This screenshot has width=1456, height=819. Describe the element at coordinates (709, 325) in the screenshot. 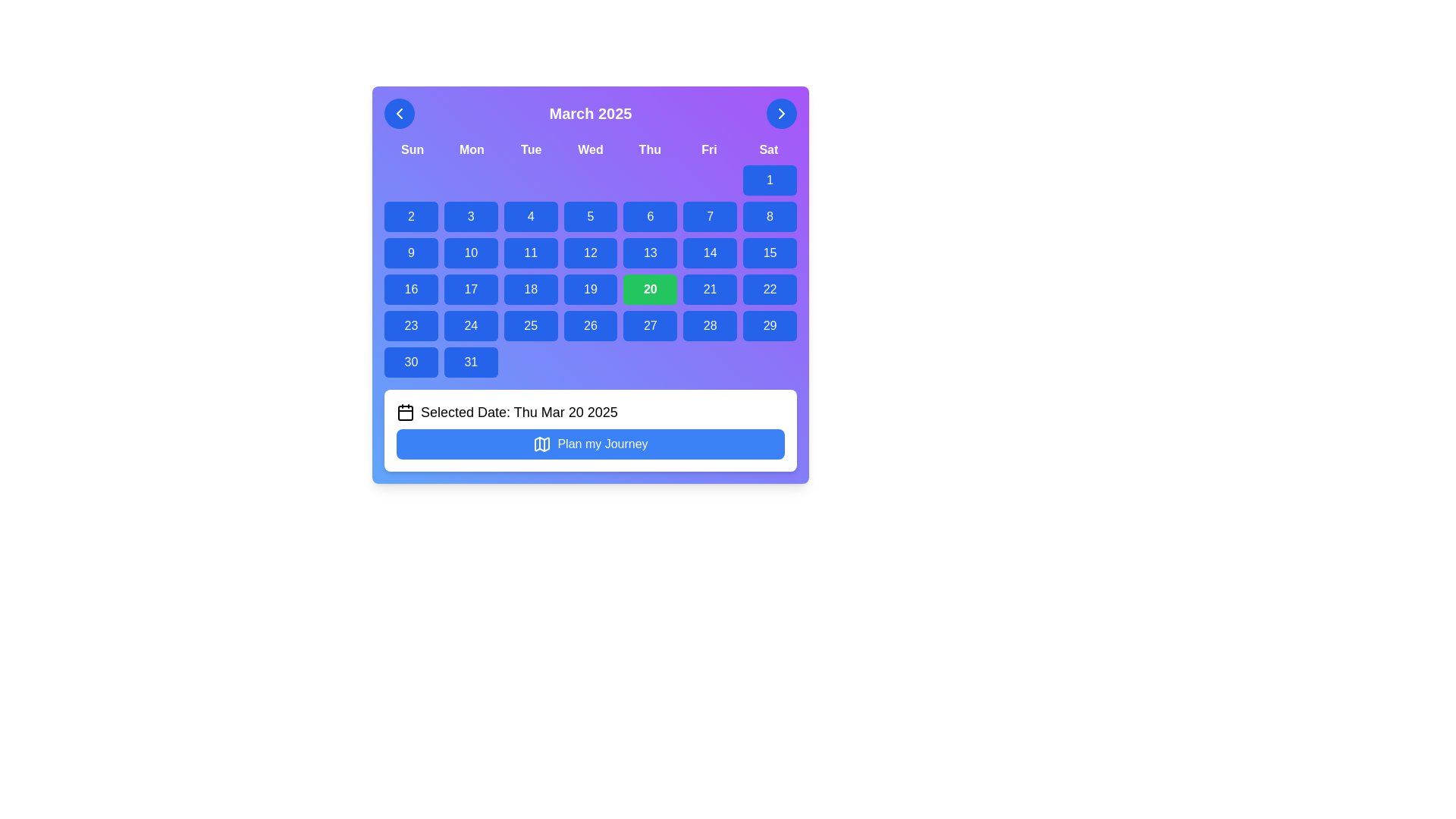

I see `the button` at that location.